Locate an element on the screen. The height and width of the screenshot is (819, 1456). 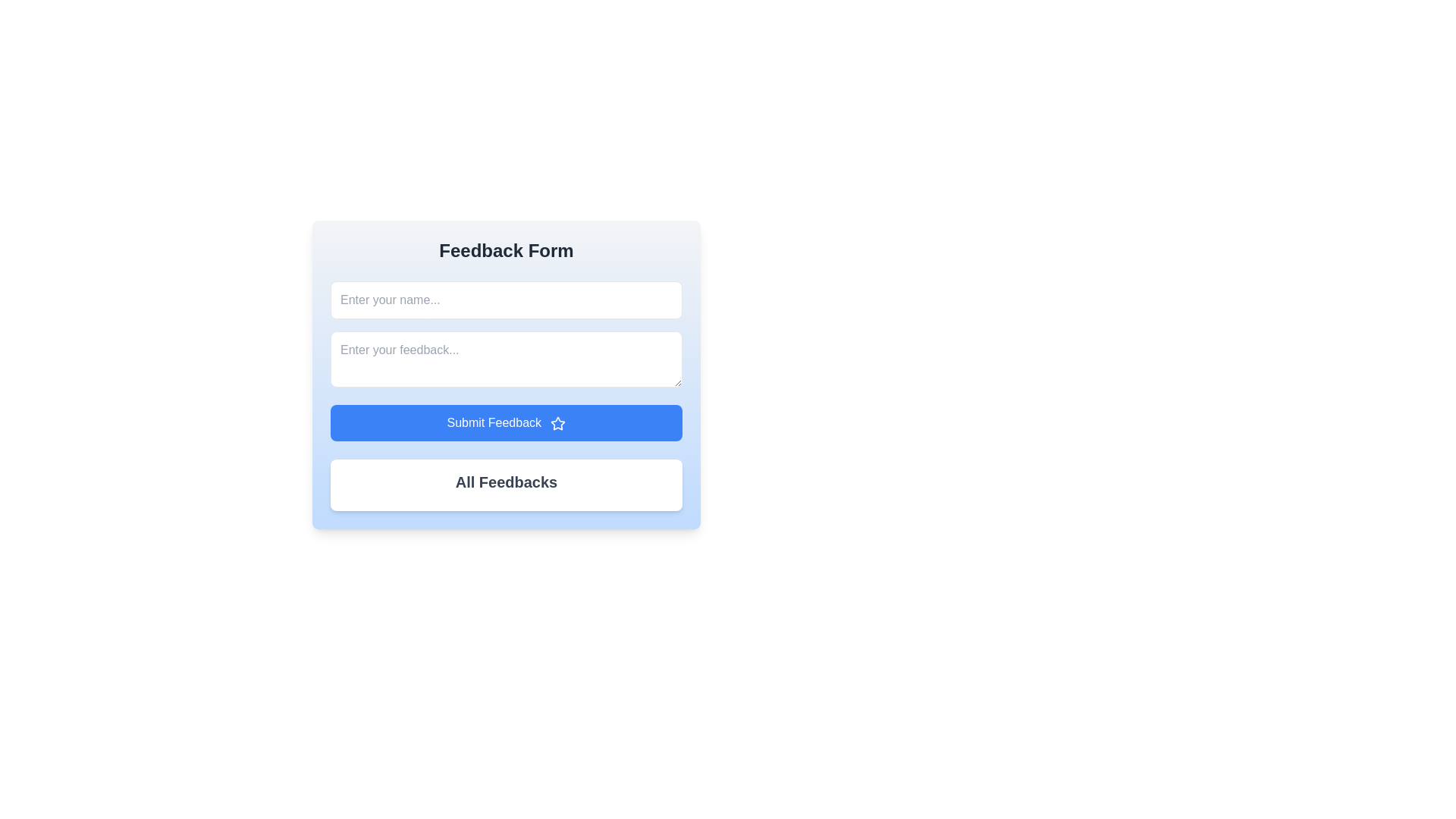
text 'Feedback Form' displayed prominently at the top of the user interface form to understand the form's purpose is located at coordinates (506, 250).